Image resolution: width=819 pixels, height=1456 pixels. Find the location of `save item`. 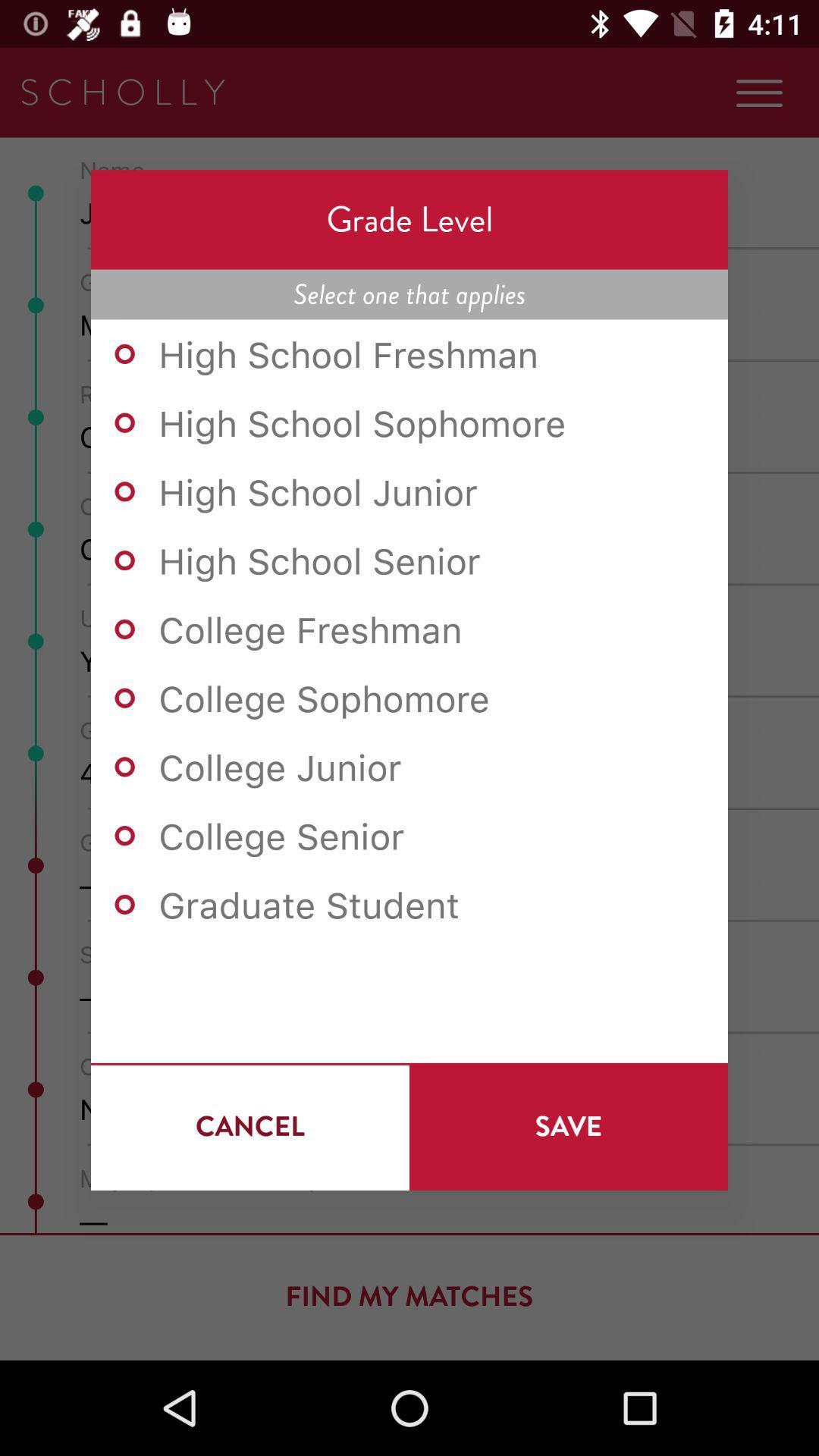

save item is located at coordinates (568, 1126).